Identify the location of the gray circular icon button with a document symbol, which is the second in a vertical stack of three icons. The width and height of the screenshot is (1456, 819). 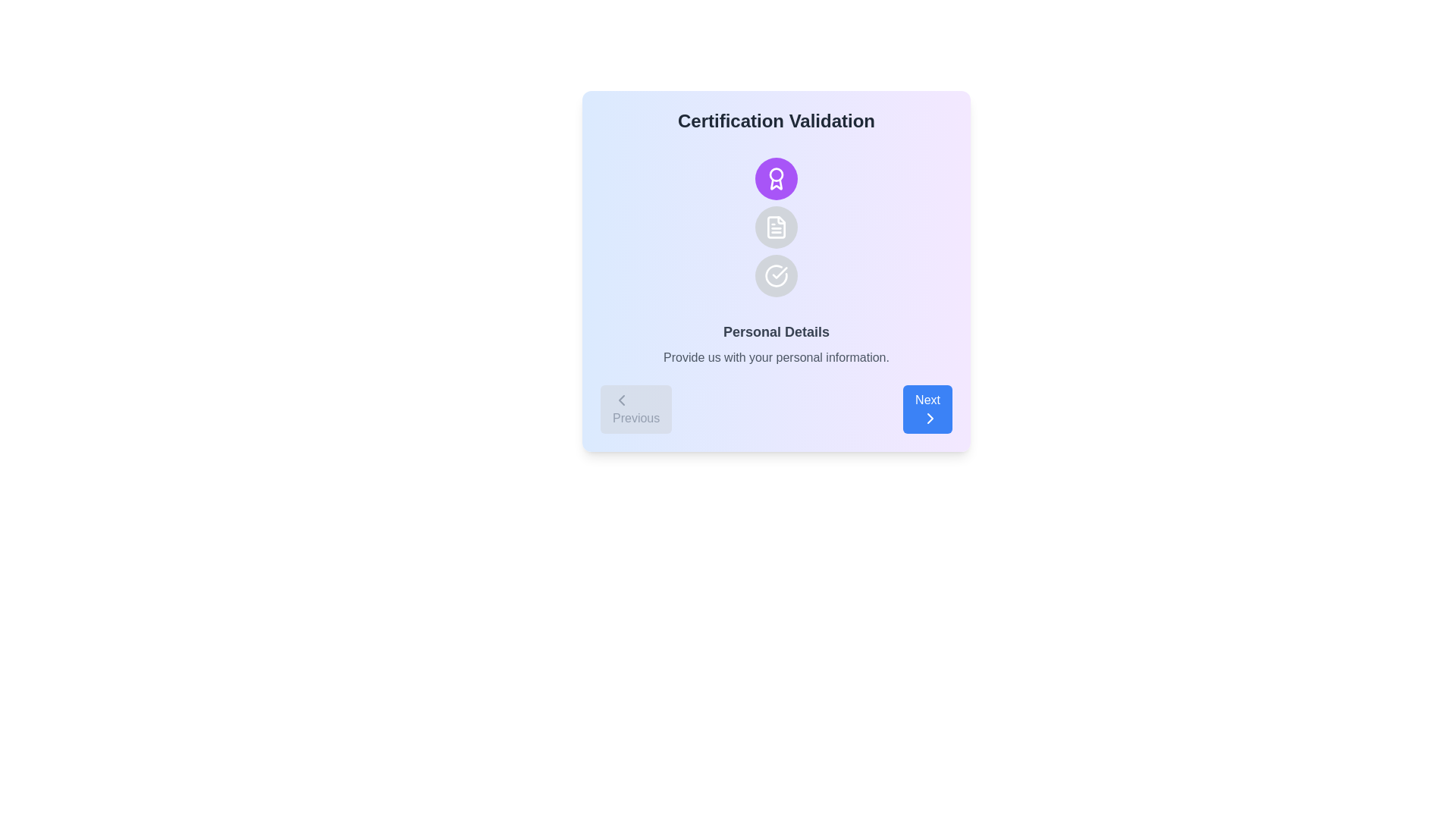
(776, 227).